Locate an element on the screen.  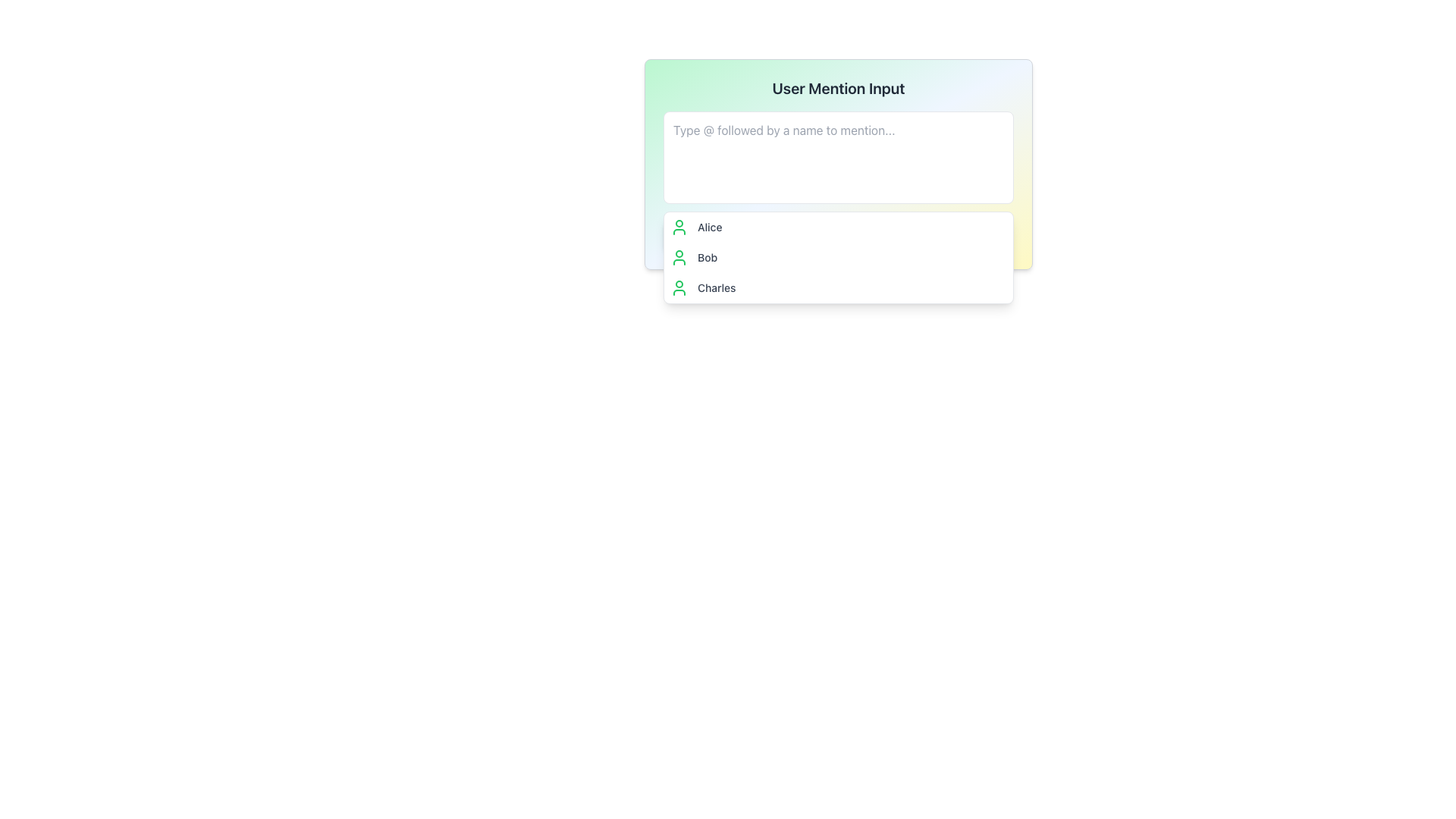
the textual label displaying the name 'Bob', which is the second entry in the user mention dropdown menu is located at coordinates (707, 256).